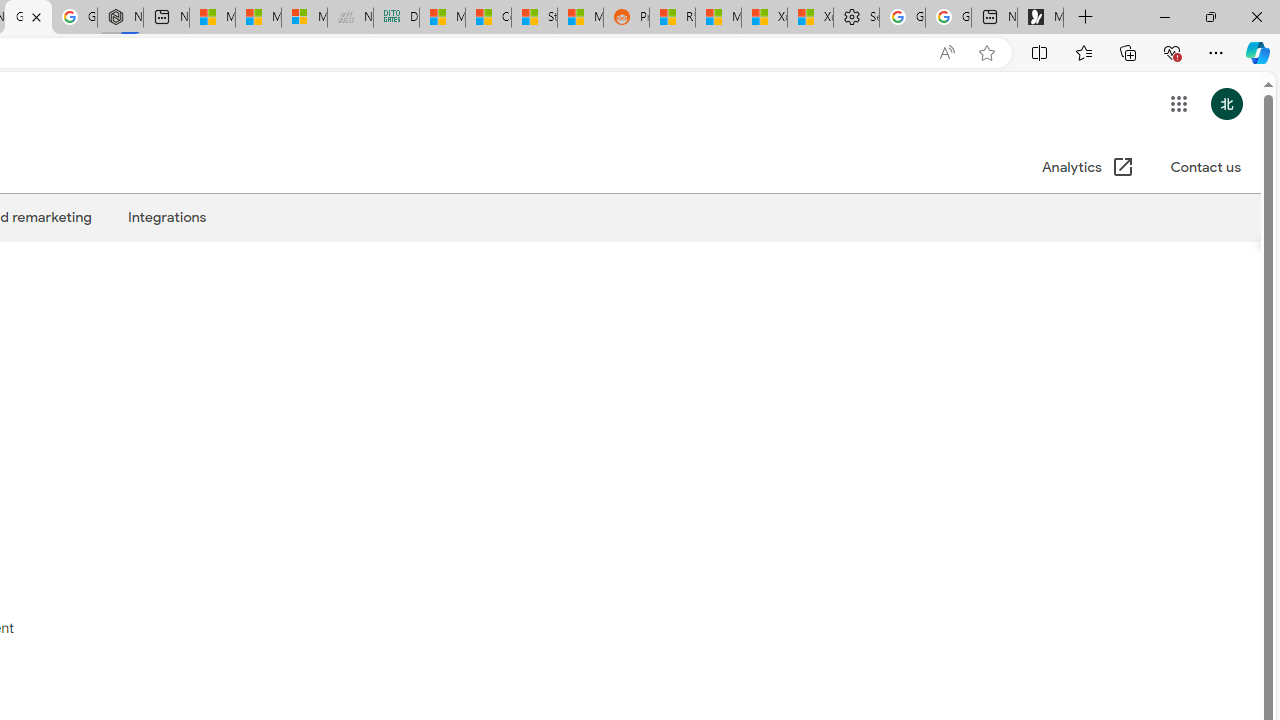  I want to click on 'Google apps', so click(1178, 104).